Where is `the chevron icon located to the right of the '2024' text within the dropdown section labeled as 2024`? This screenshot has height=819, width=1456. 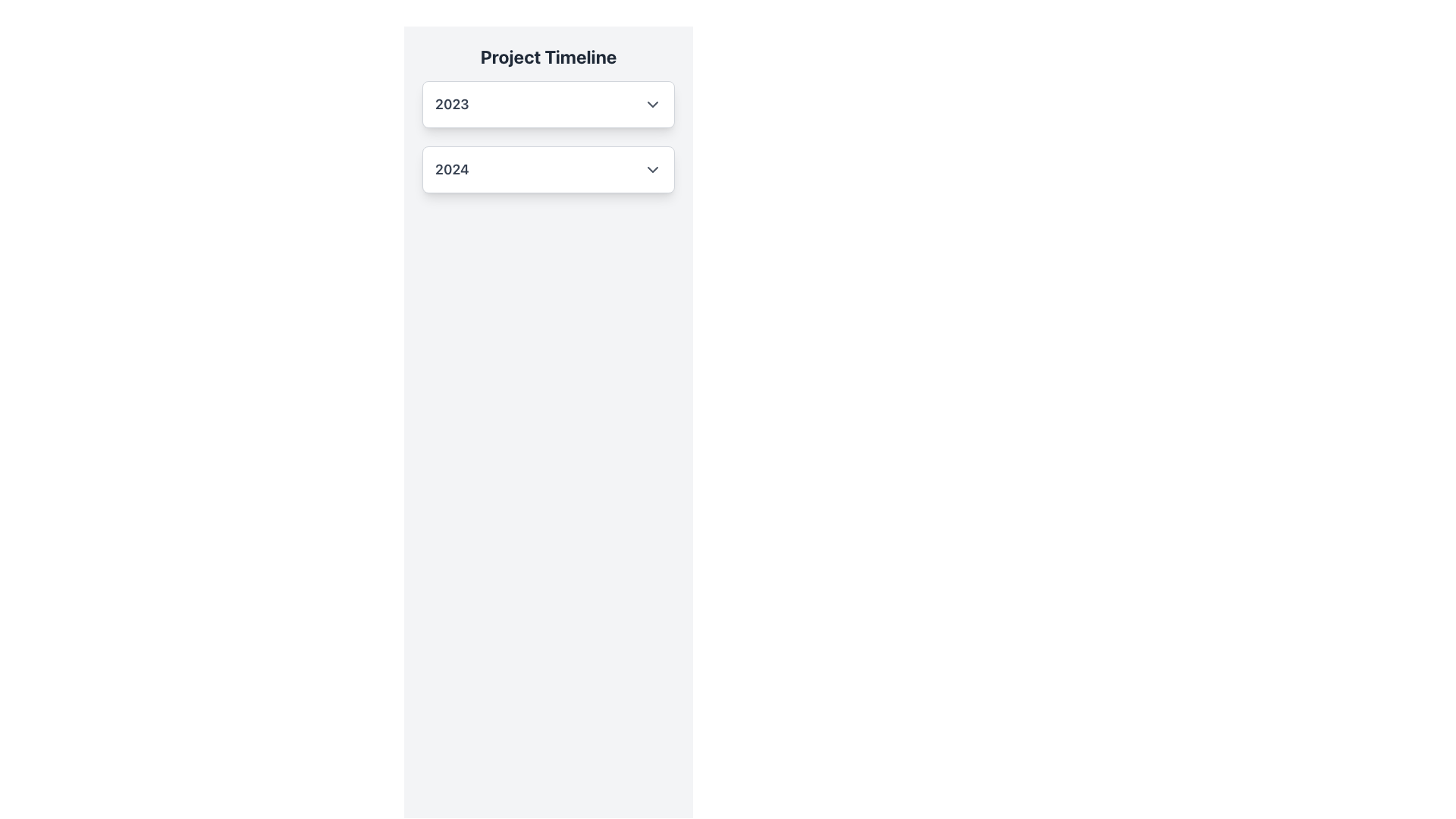 the chevron icon located to the right of the '2024' text within the dropdown section labeled as 2024 is located at coordinates (652, 169).